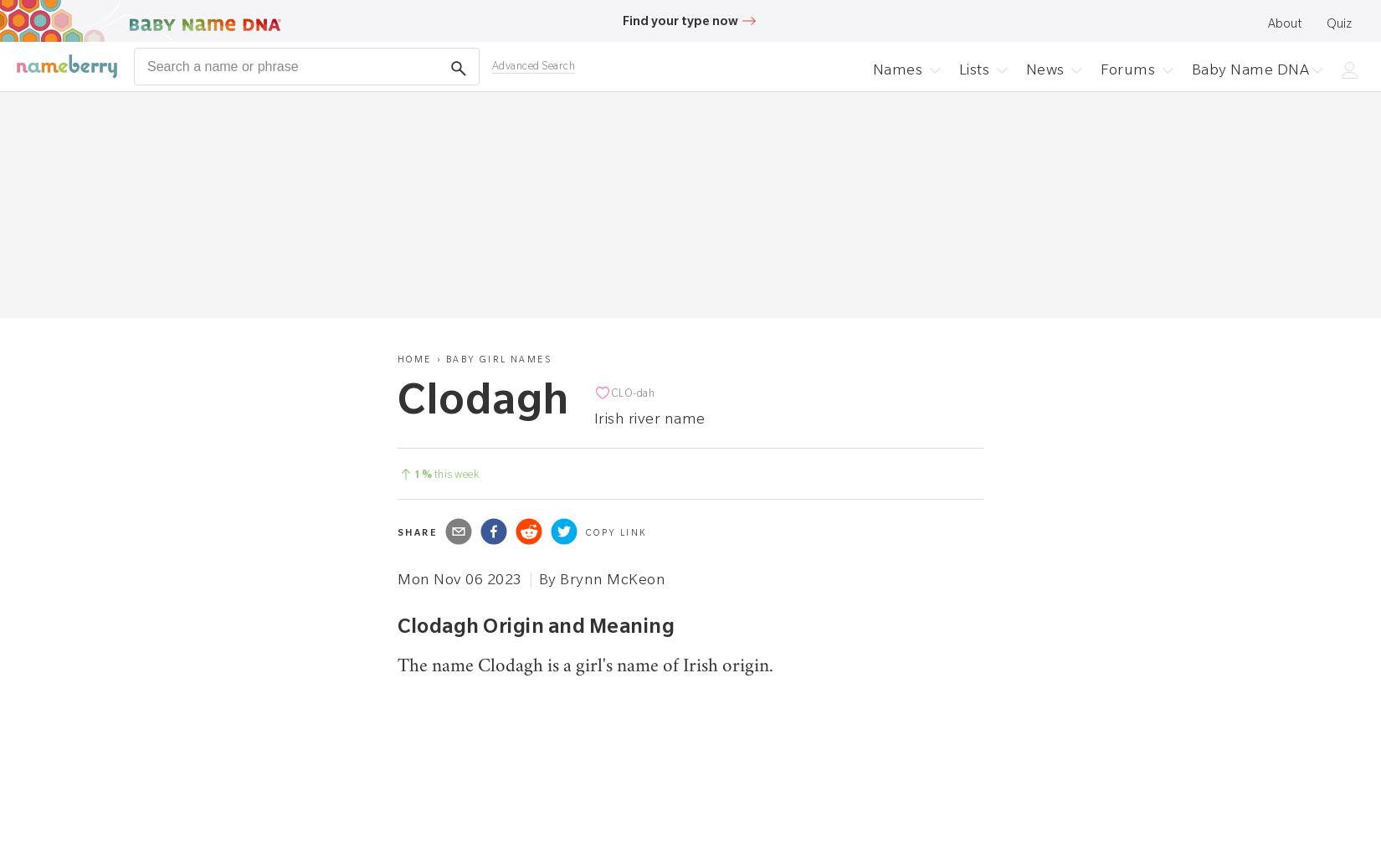 The width and height of the screenshot is (1381, 868). Describe the element at coordinates (648, 417) in the screenshot. I see `'Irish river name'` at that location.